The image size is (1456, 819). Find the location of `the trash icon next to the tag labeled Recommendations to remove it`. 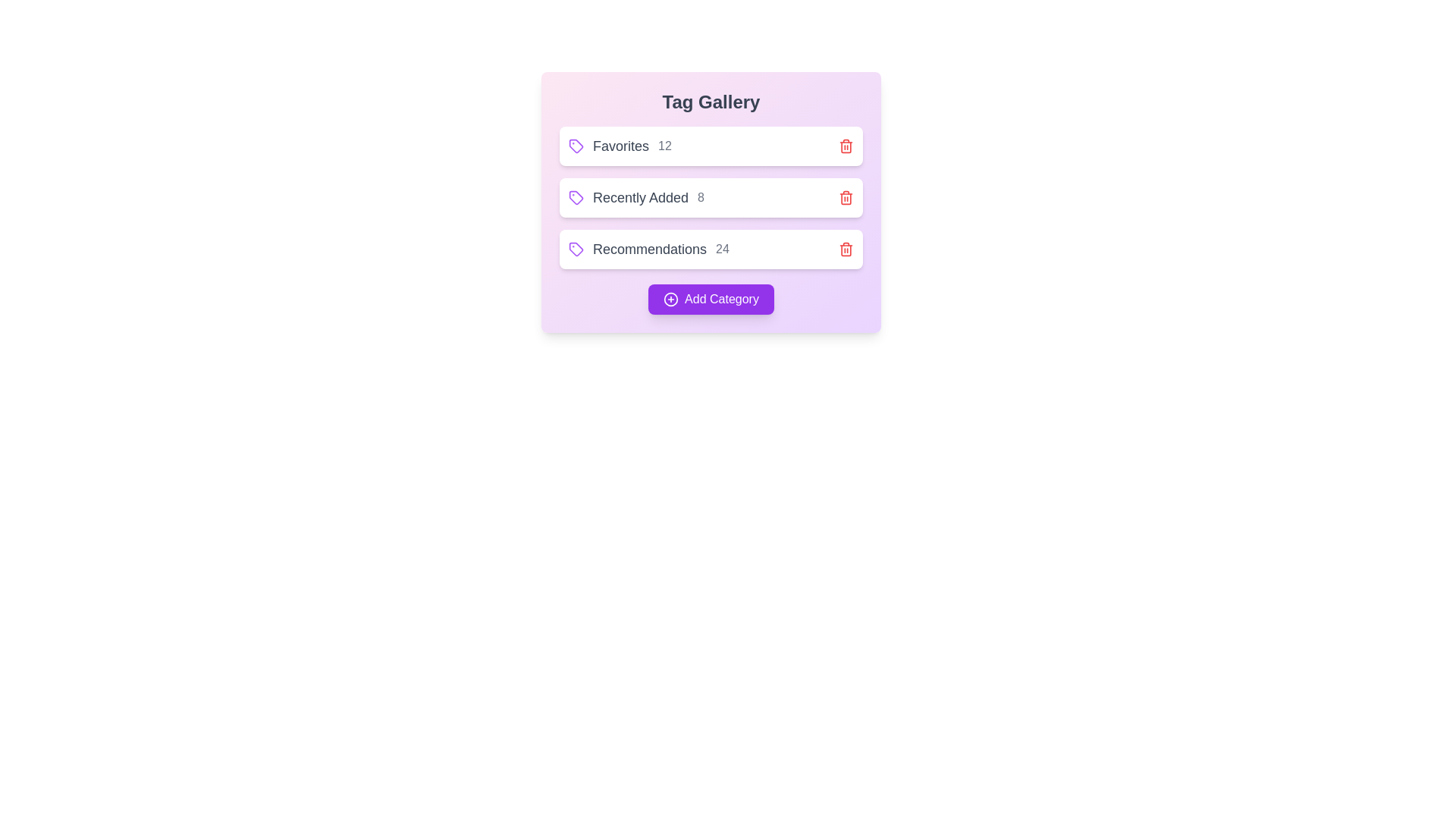

the trash icon next to the tag labeled Recommendations to remove it is located at coordinates (846, 248).